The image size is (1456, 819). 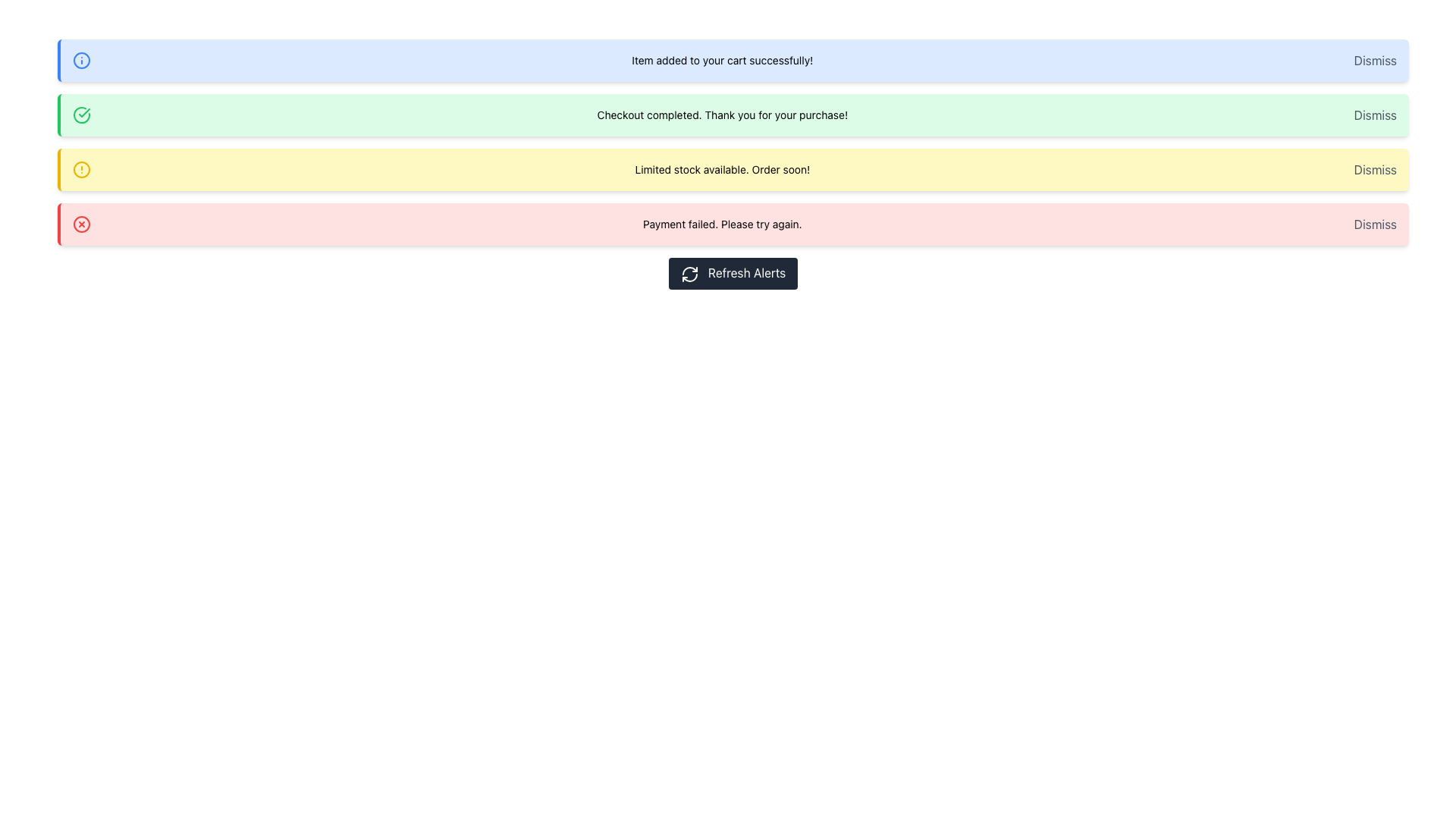 What do you see at coordinates (733, 169) in the screenshot?
I see `the third notification banner indicating limited stock availability` at bounding box center [733, 169].